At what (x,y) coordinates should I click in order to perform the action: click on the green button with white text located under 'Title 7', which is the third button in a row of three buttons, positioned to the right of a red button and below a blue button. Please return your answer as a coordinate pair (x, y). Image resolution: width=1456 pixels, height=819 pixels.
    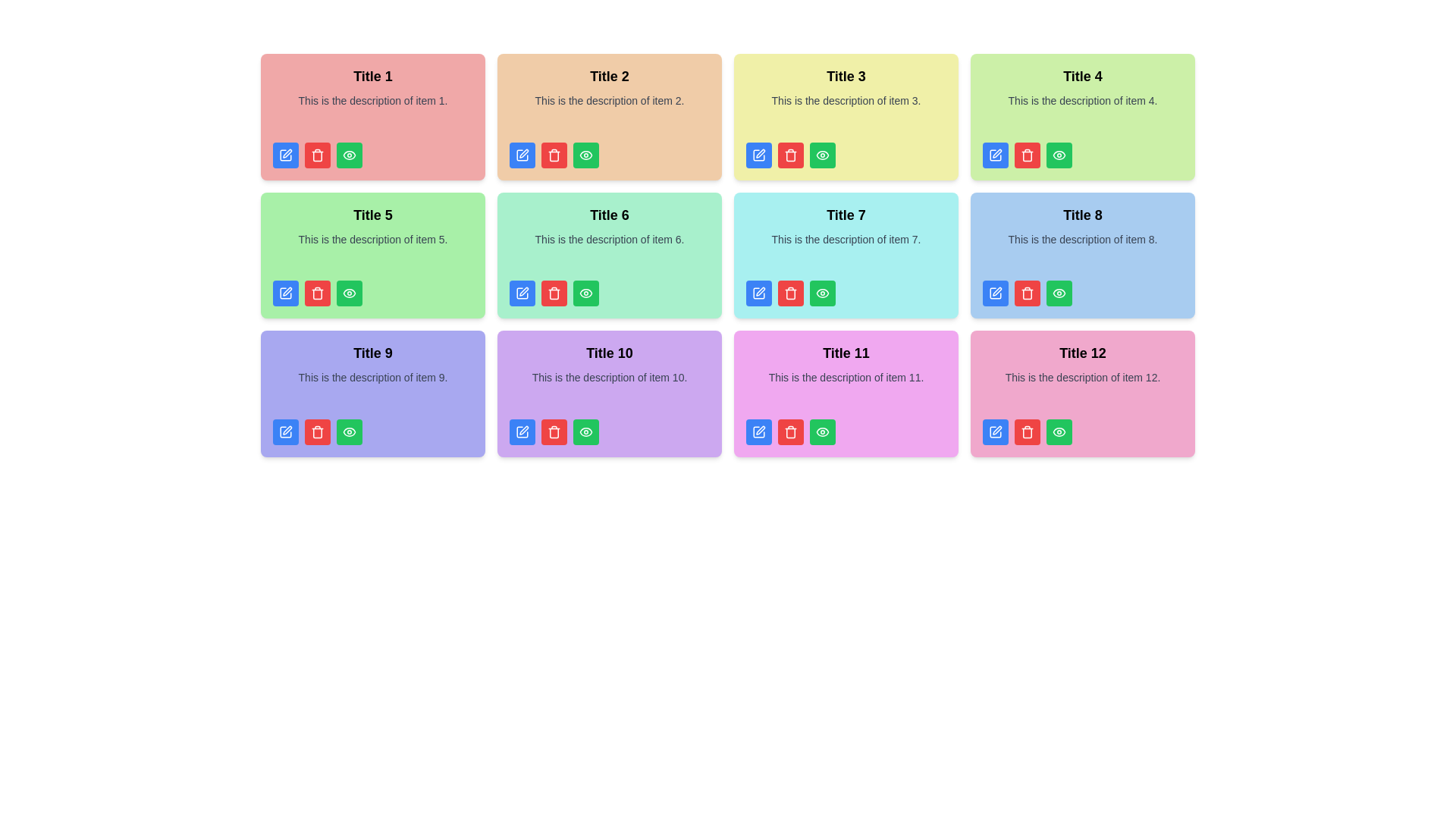
    Looking at the image, I should click on (821, 293).